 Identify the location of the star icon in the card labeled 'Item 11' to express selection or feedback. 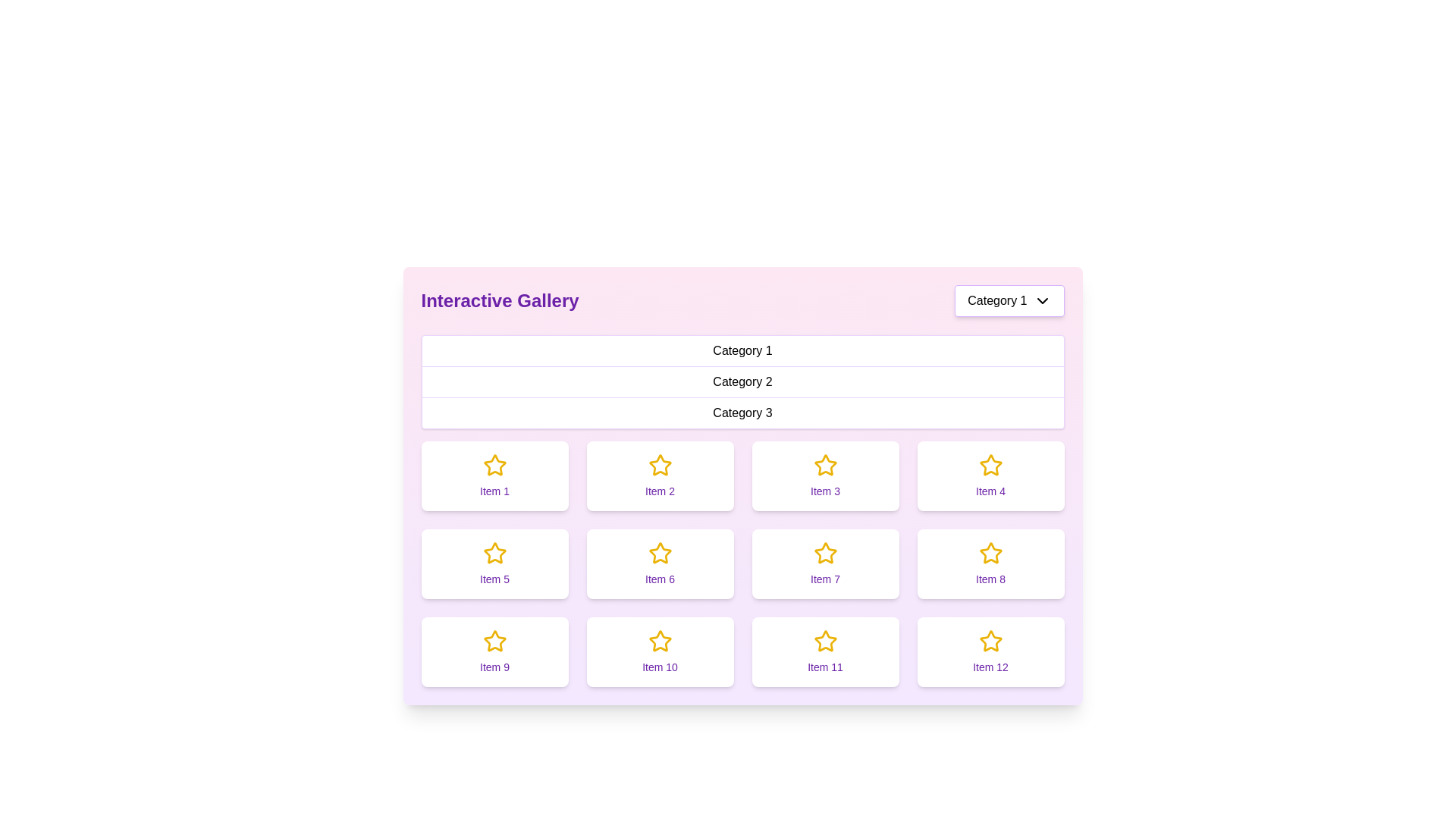
(824, 641).